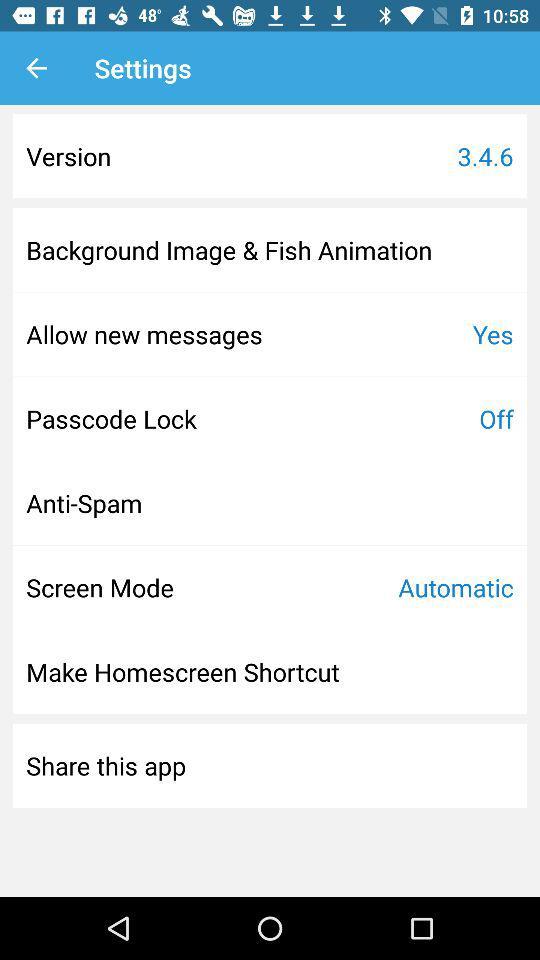 The image size is (540, 960). Describe the element at coordinates (111, 417) in the screenshot. I see `item below the allow new messages icon` at that location.